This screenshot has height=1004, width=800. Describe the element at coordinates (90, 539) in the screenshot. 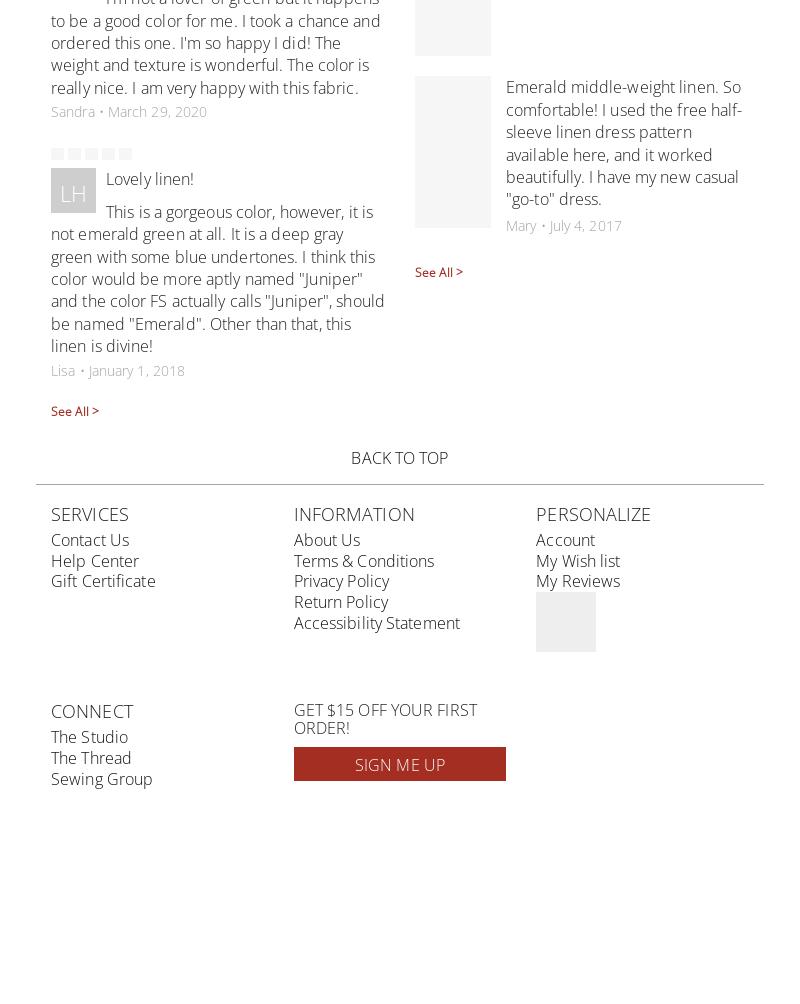

I see `'Contact
                                Us'` at that location.